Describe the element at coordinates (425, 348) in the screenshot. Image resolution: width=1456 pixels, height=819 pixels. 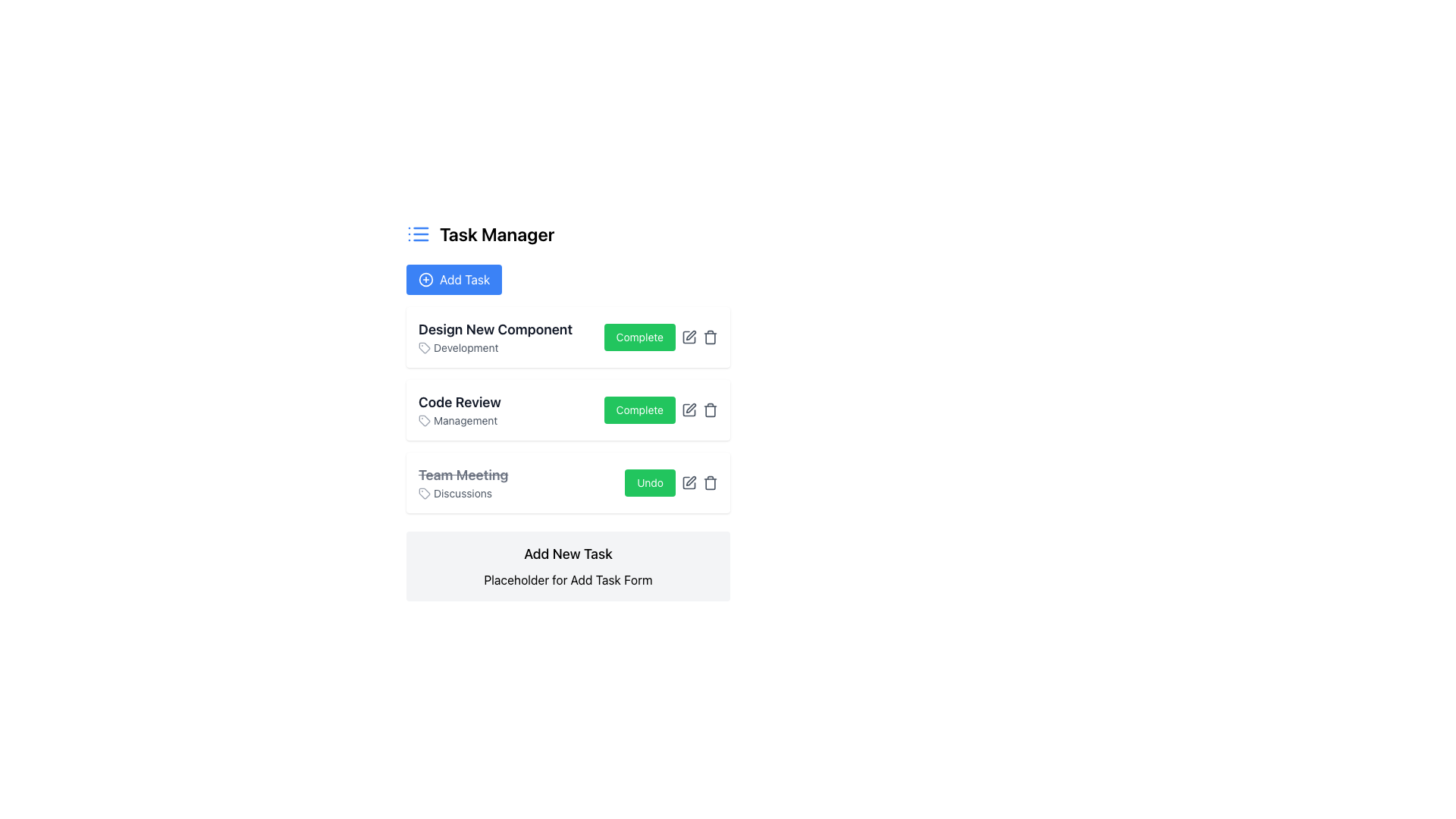
I see `the Tag Icon located at the leftmost side of the 'Development' label within the task entry 'Design New Component'` at that location.